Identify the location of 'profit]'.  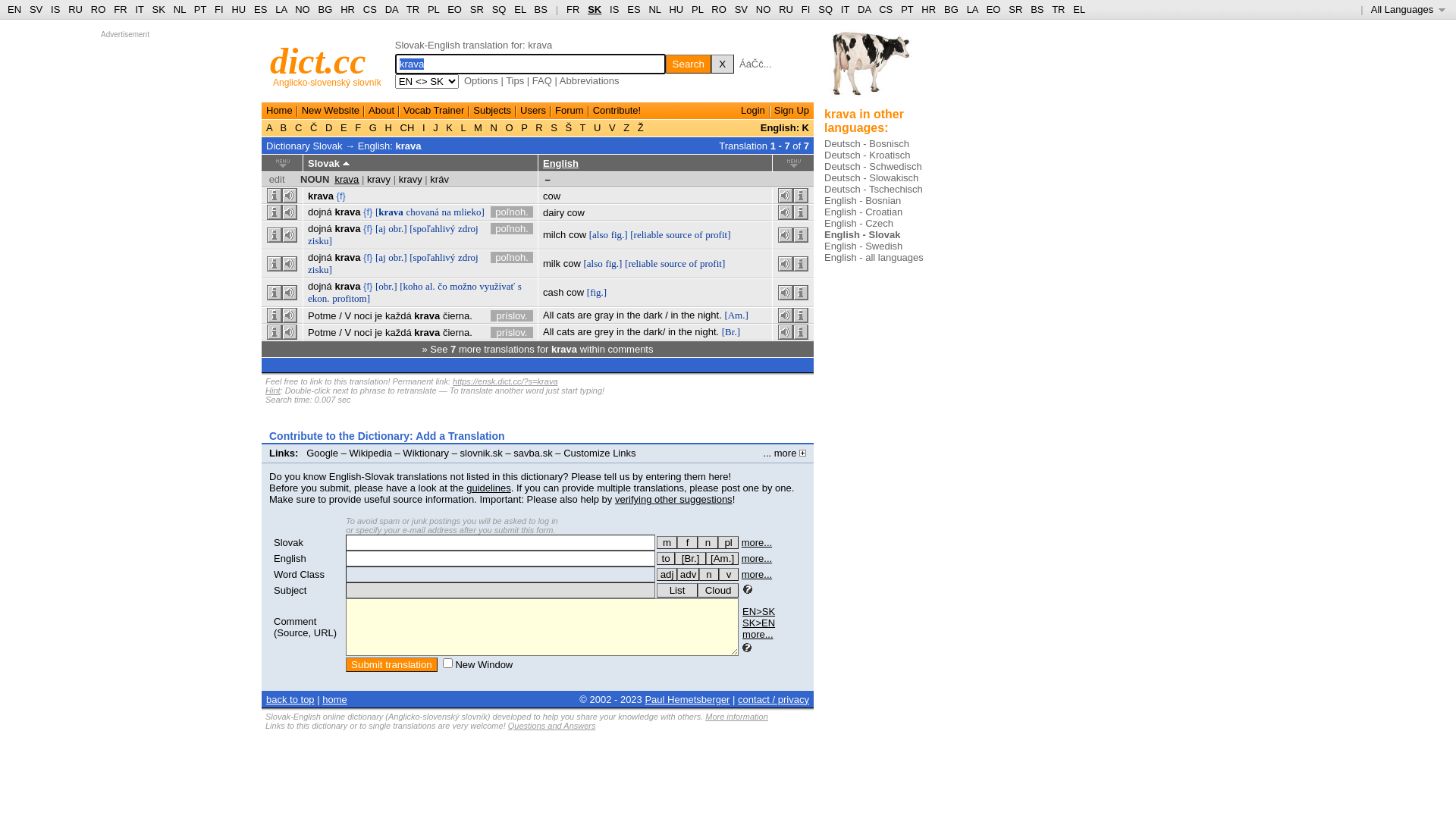
(717, 234).